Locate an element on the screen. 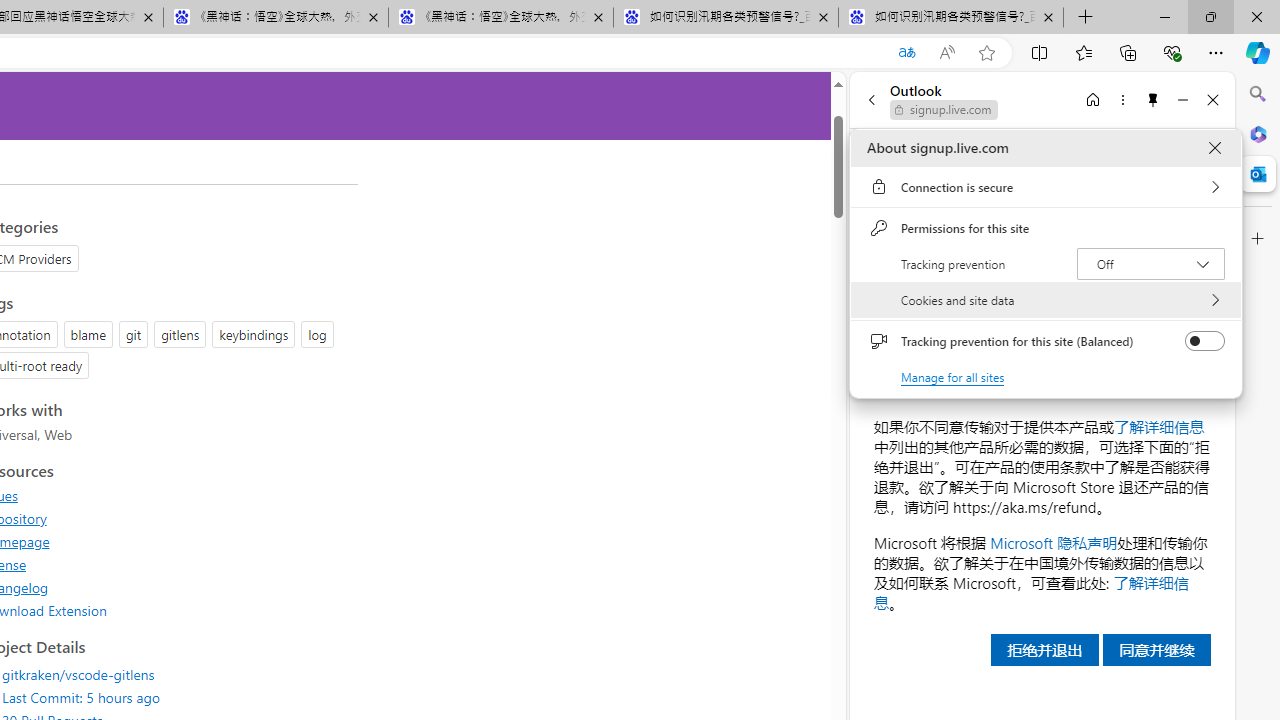 Image resolution: width=1280 pixels, height=720 pixels. 'Connection is secure' is located at coordinates (1045, 187).